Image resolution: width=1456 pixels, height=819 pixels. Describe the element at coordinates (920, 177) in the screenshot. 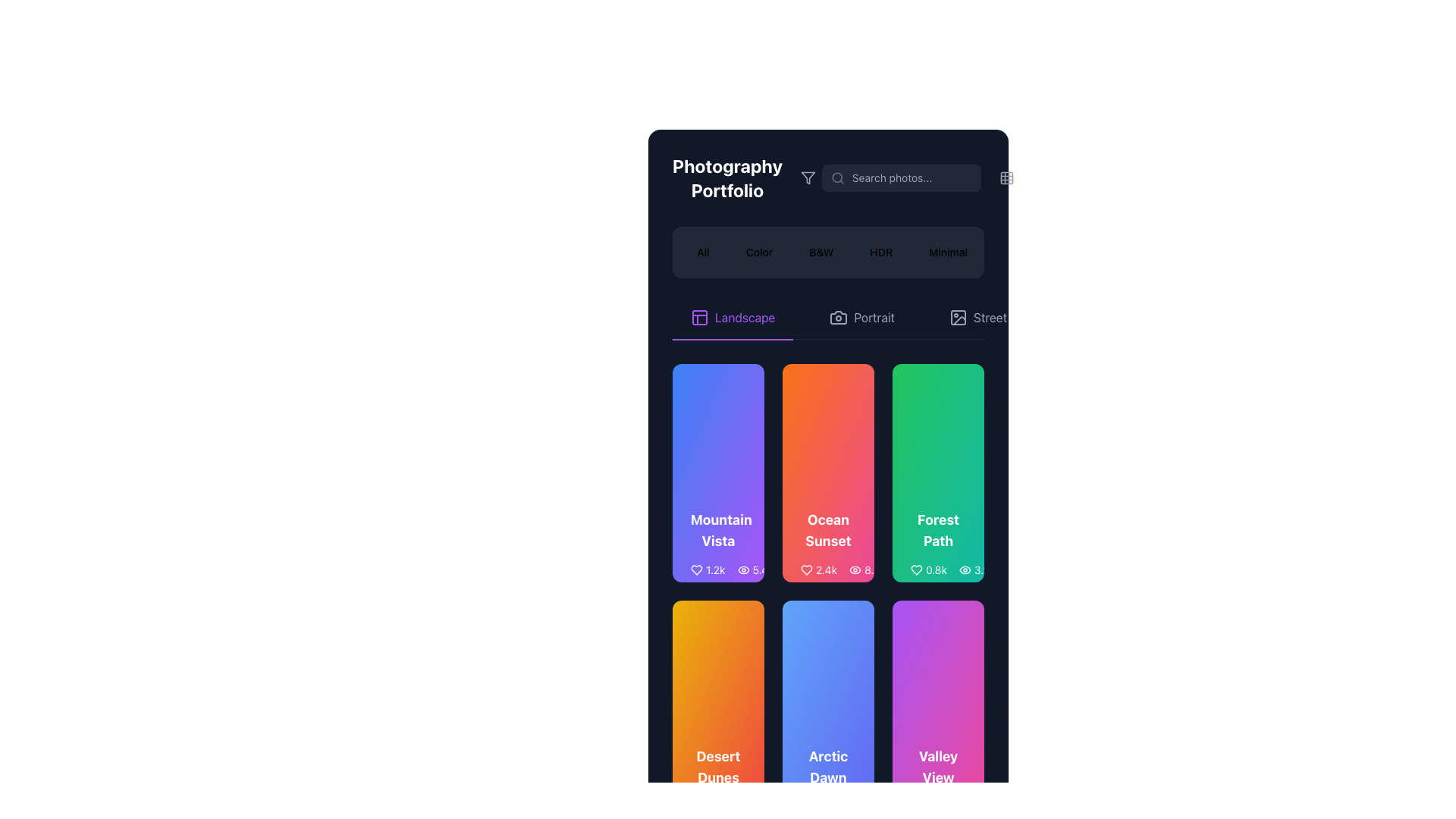

I see `the Text Input Field for search located in the middle-right section of the Photography Portfolio header to focus on it` at that location.